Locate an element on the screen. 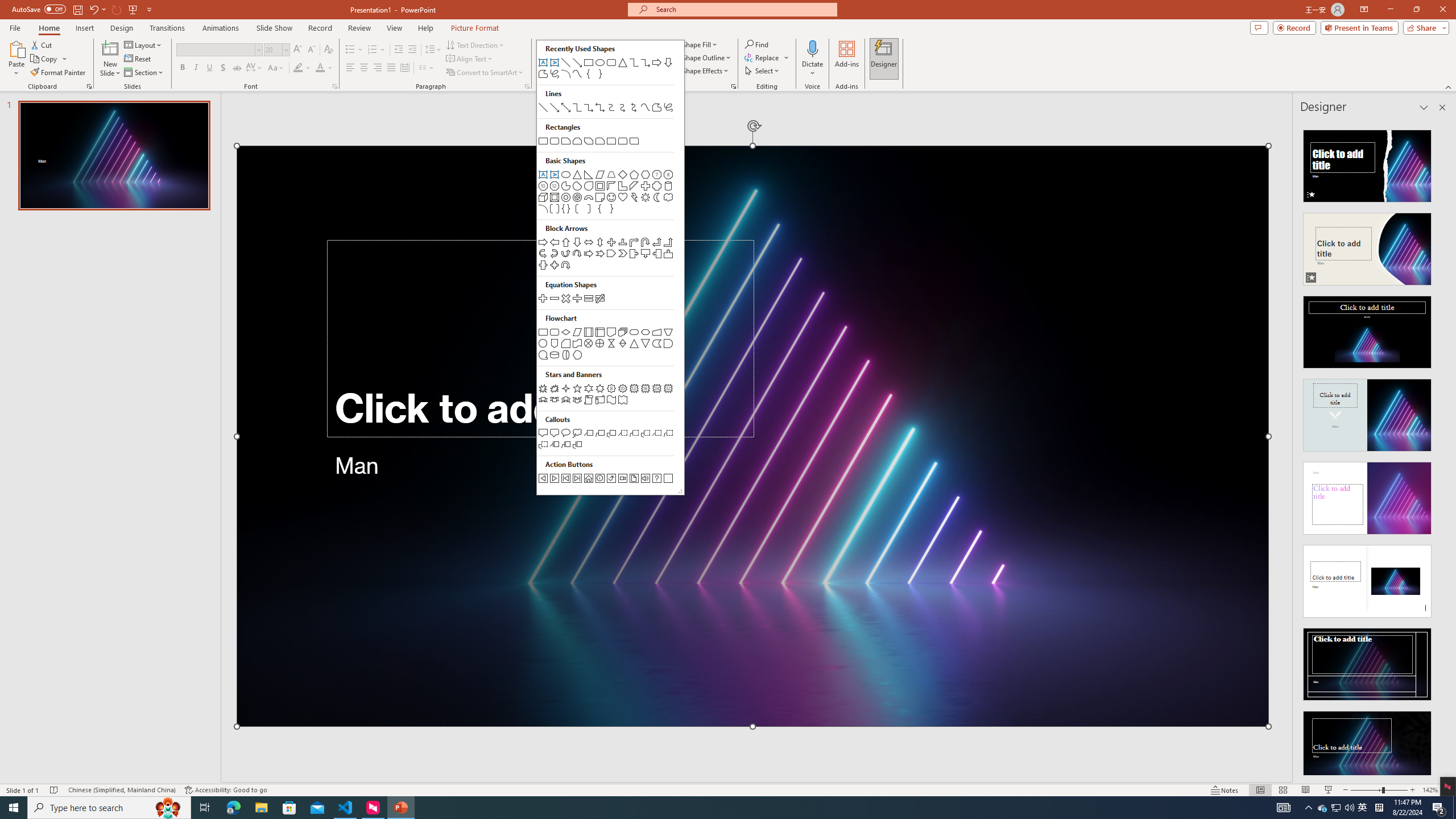  'Reset' is located at coordinates (138, 59).